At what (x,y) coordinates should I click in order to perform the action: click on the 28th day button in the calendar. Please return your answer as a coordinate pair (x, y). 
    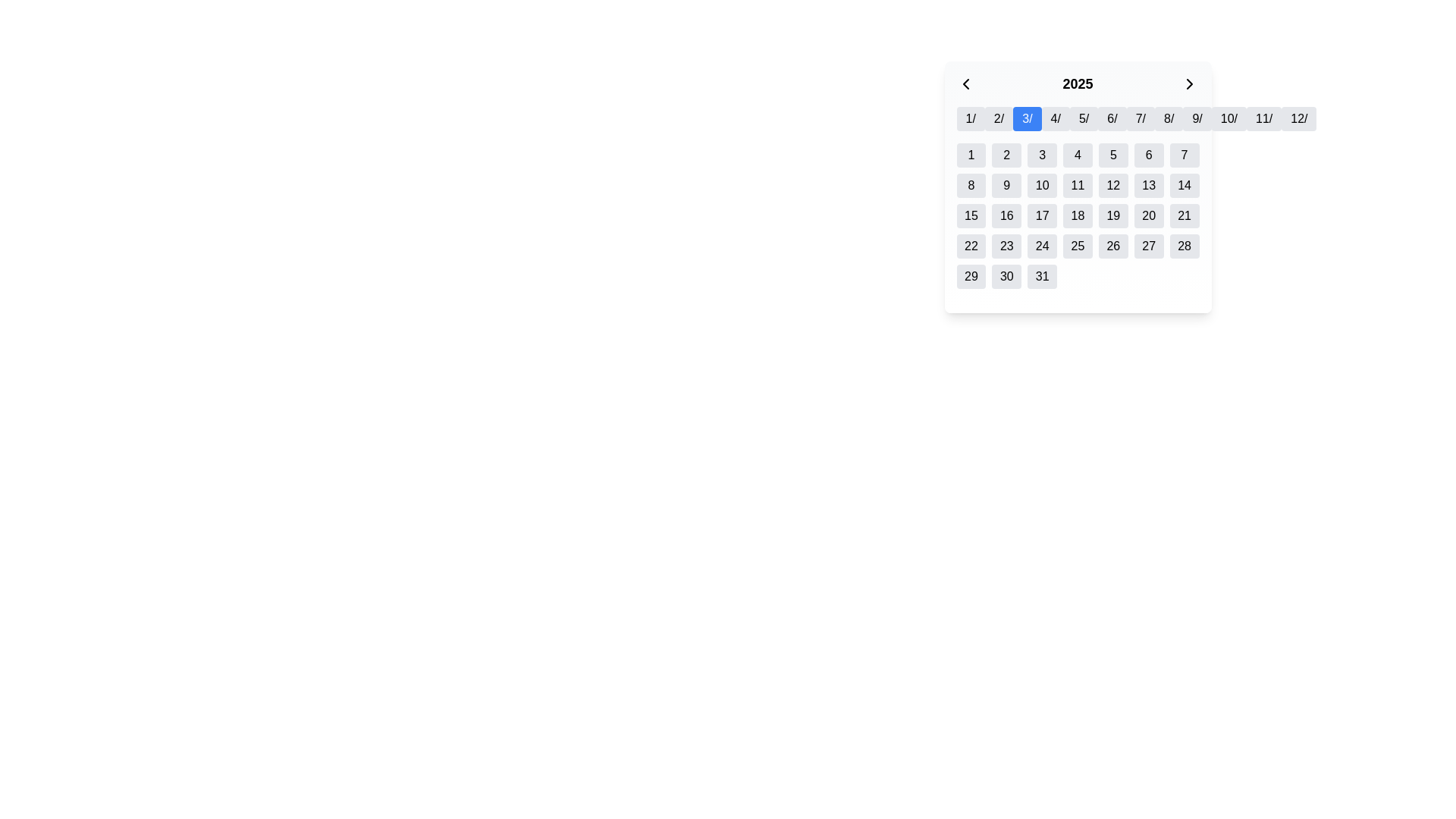
    Looking at the image, I should click on (1184, 245).